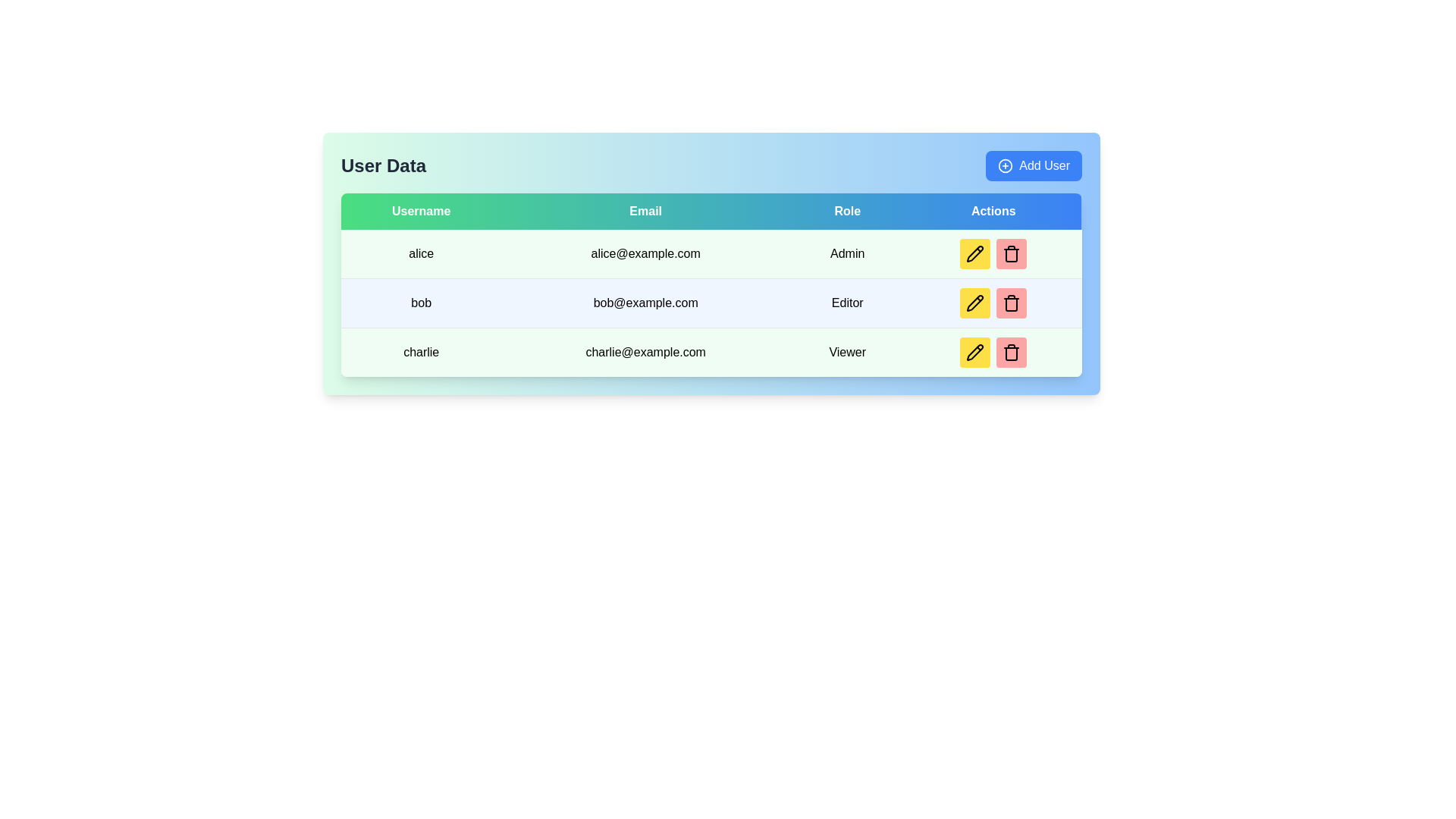  I want to click on the Table header cell labeled 'Email', which is visually characterized by white text centered on a gradient background transitioning from green to blue, so click(645, 211).